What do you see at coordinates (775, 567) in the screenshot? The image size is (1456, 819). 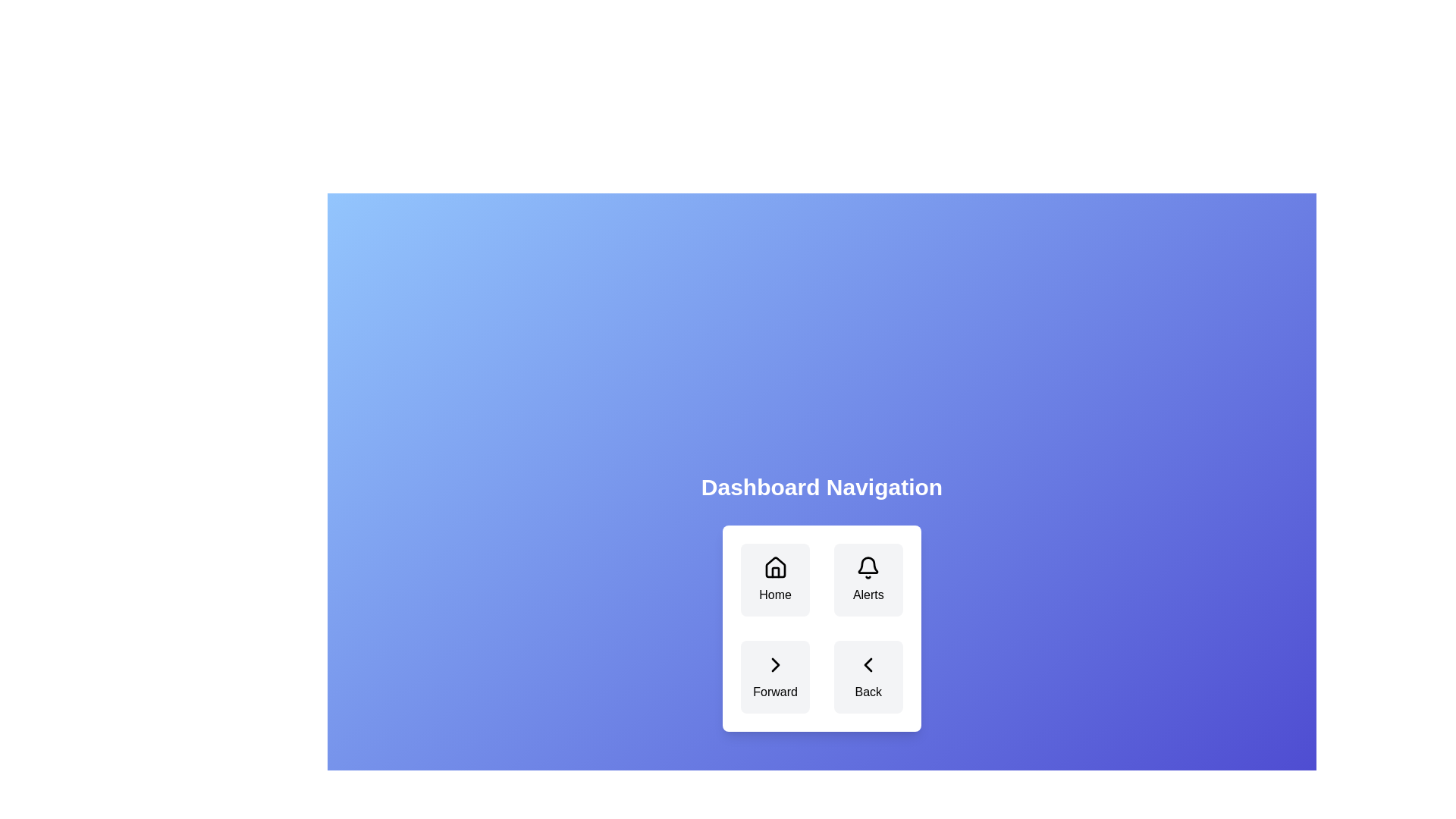 I see `the 'Home' button represented by a house icon in the top-left corner of the navigation panel` at bounding box center [775, 567].